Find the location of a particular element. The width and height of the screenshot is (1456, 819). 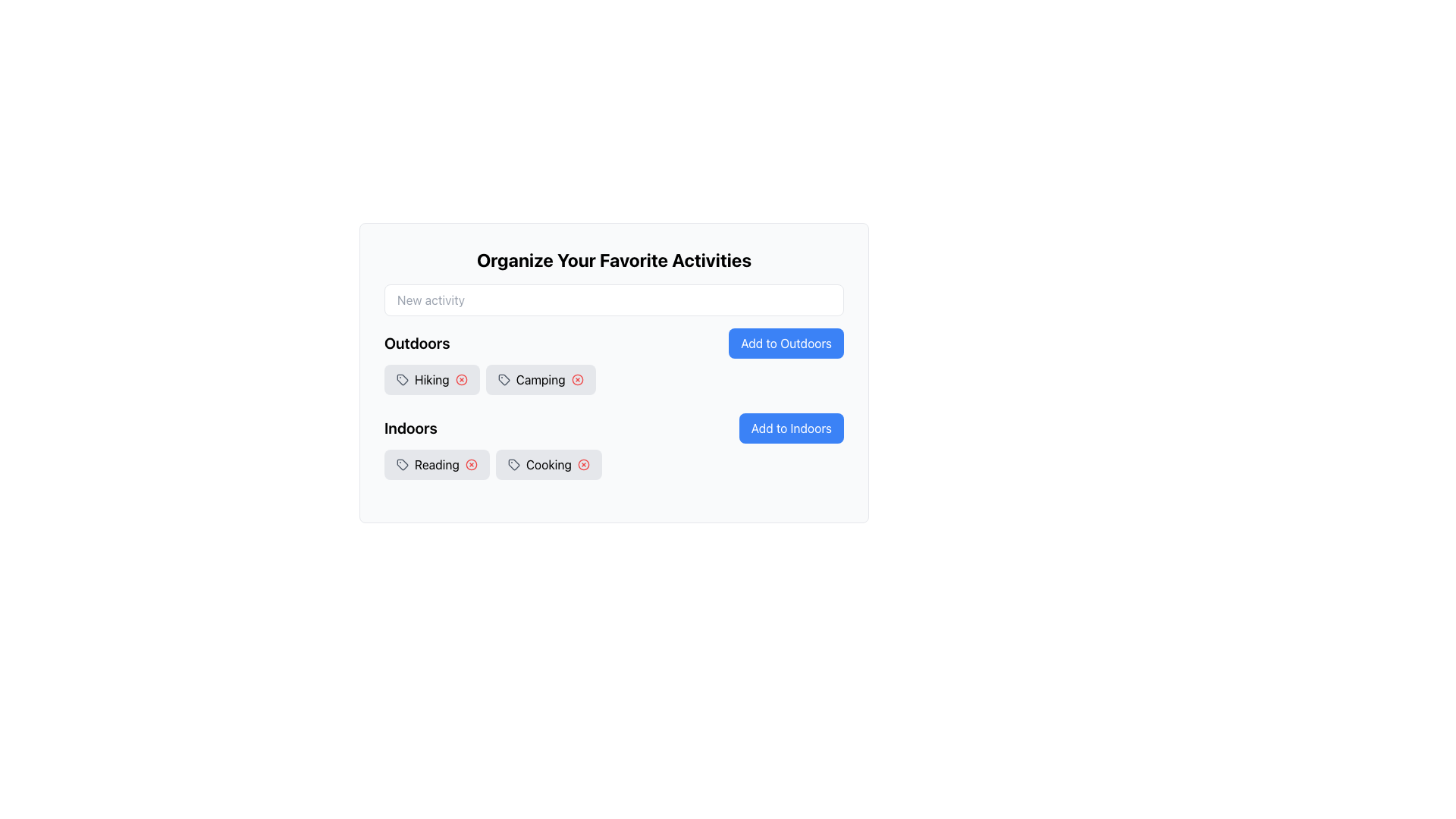

the first interactive tag element labeled 'Reading' located under the 'Indoors' heading, which is positioned to the left of the 'Cooking' tag is located at coordinates (436, 464).